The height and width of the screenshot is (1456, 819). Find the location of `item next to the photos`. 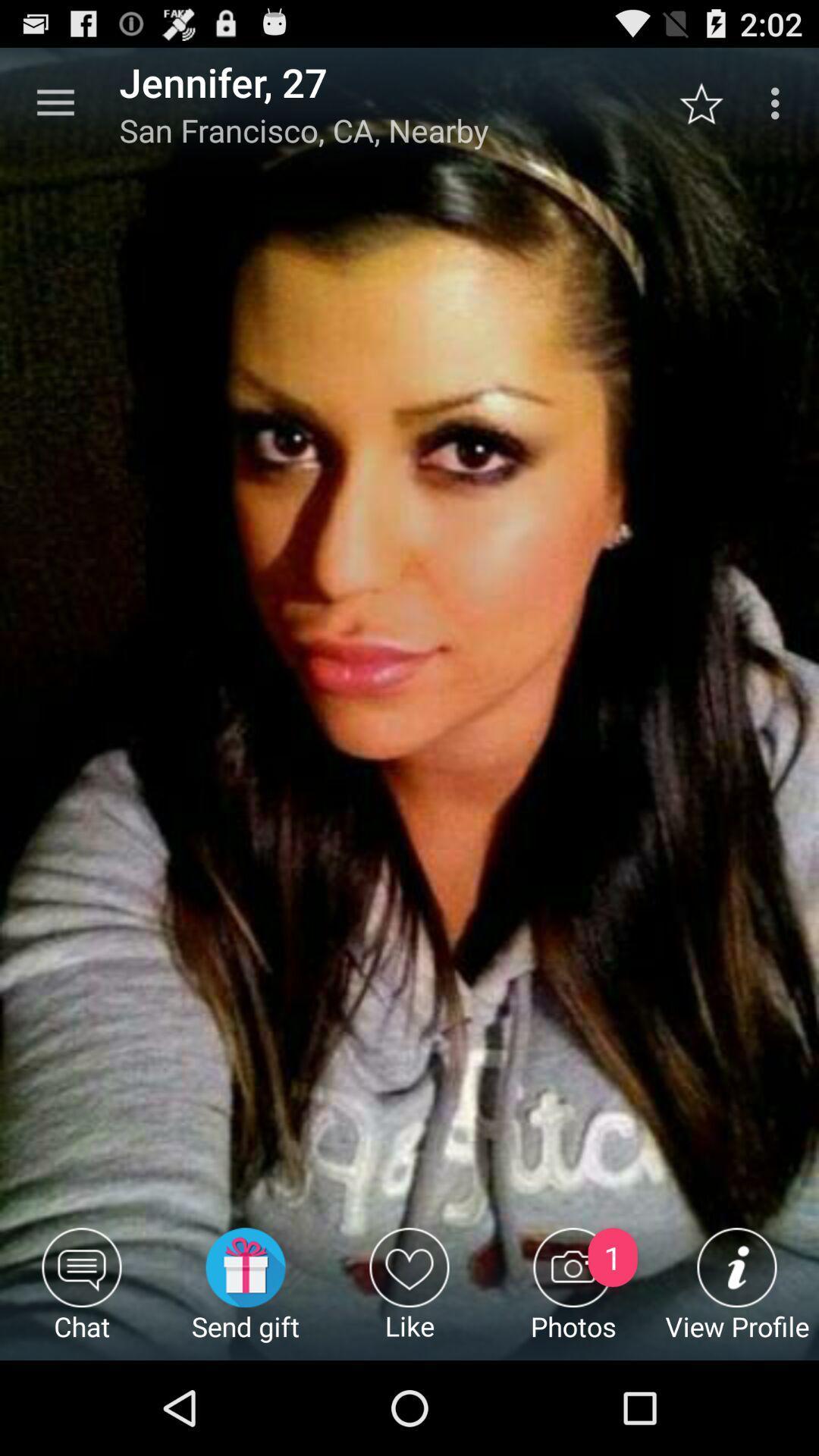

item next to the photos is located at coordinates (409, 1293).